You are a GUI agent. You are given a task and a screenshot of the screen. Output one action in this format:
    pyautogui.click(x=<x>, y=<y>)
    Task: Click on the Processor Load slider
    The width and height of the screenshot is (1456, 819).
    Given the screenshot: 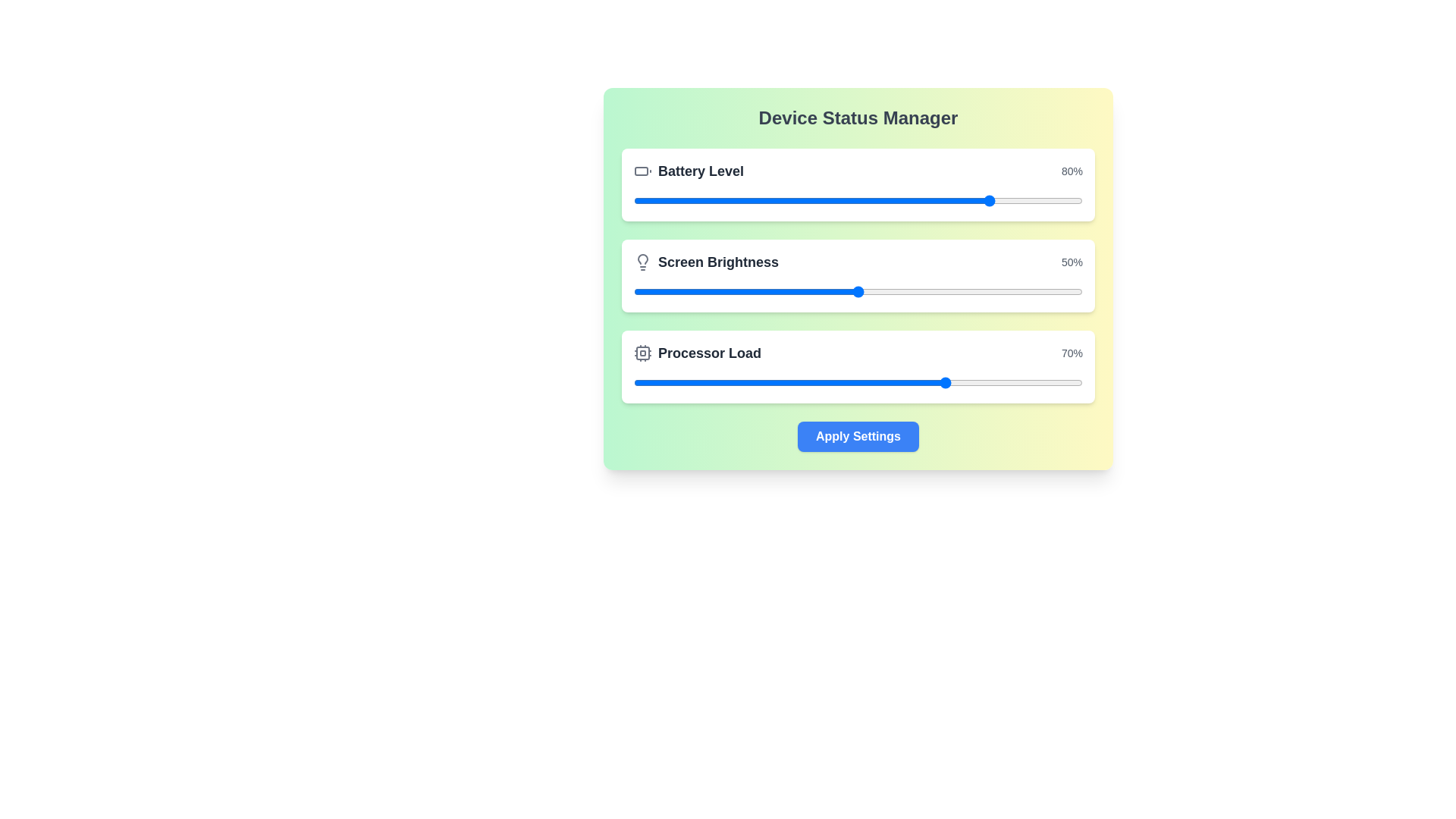 What is the action you would take?
    pyautogui.click(x=755, y=382)
    